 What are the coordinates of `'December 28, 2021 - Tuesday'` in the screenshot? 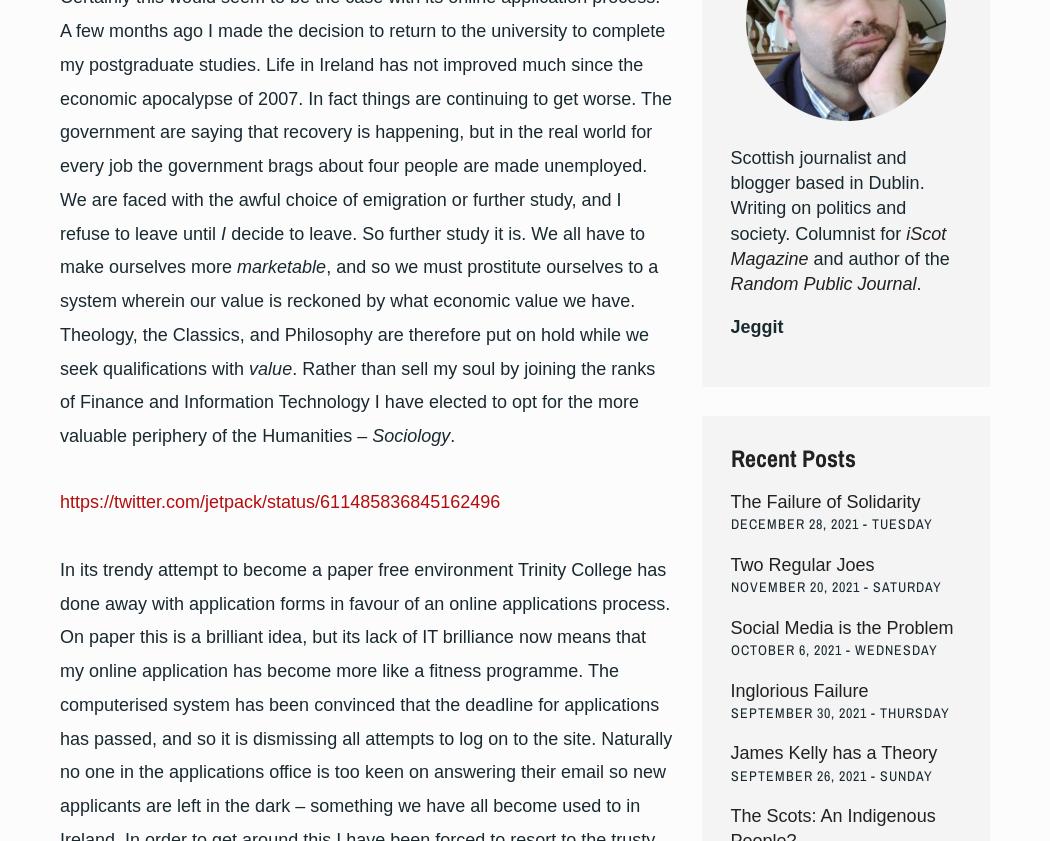 It's located at (830, 524).